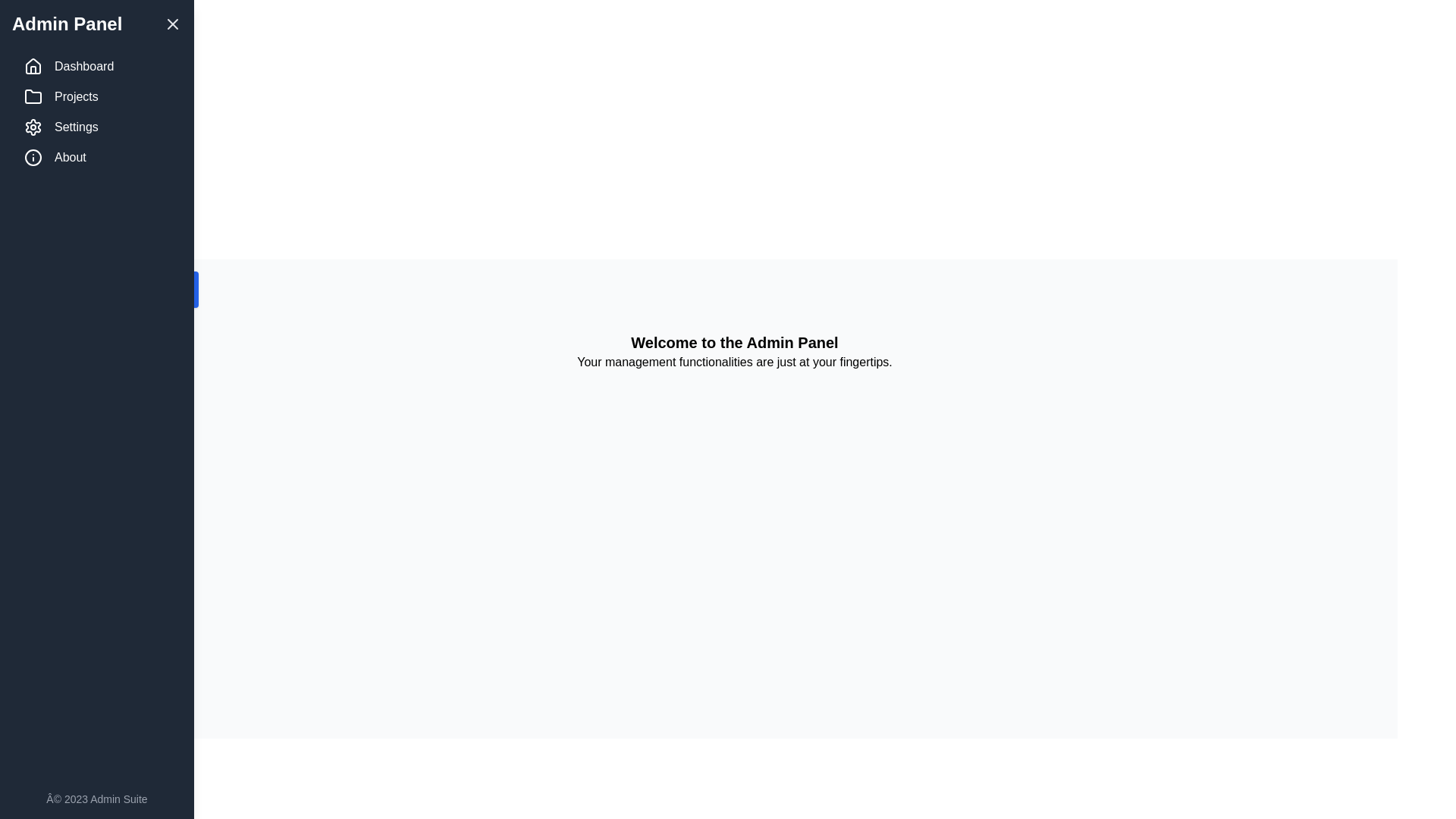  I want to click on the gear-like settings icon located in the navigation menu on the left sidebar of the Admin Panel interface, so click(33, 127).